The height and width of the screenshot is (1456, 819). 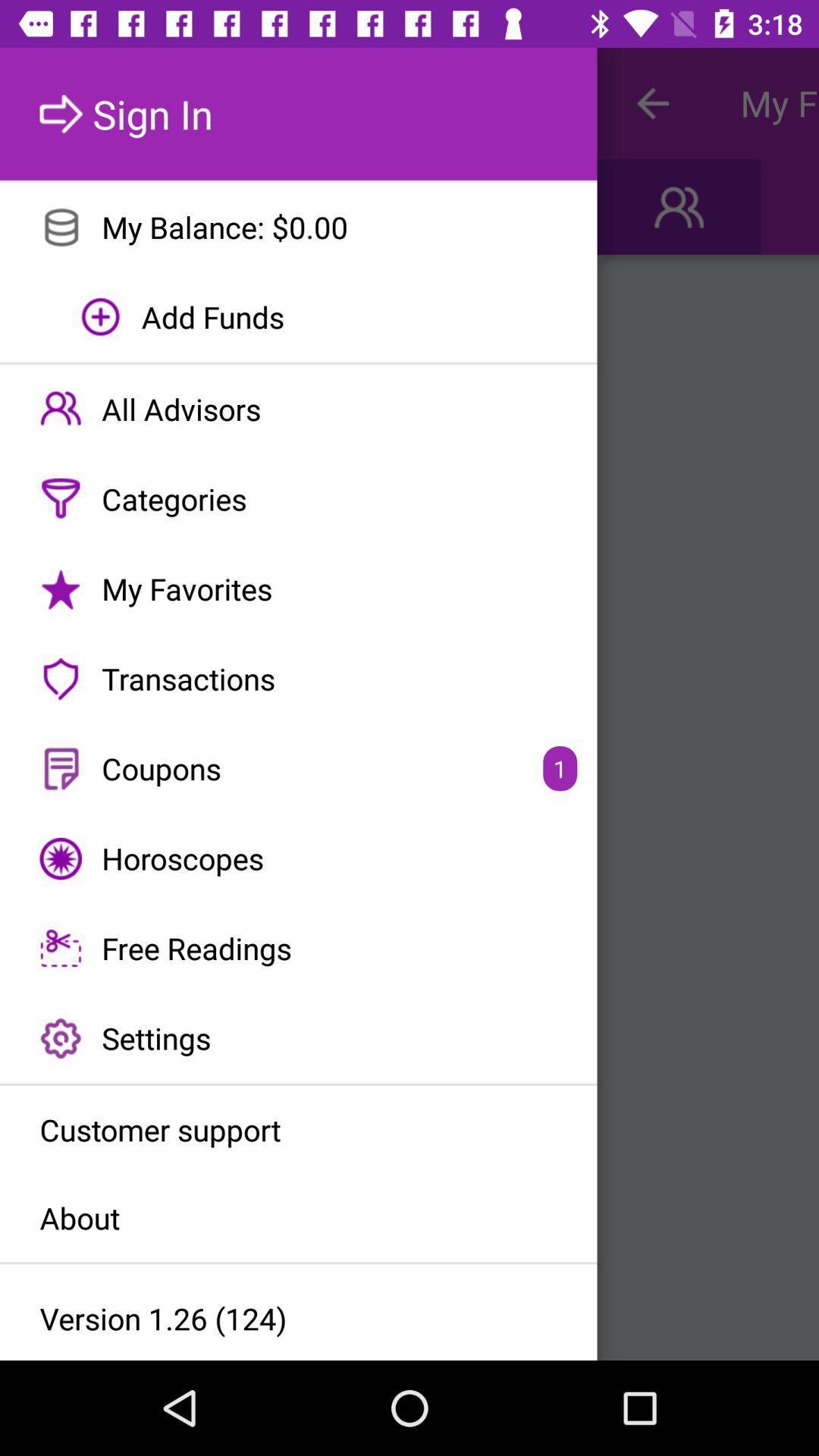 I want to click on icon below the free readings icon, so click(x=298, y=1037).